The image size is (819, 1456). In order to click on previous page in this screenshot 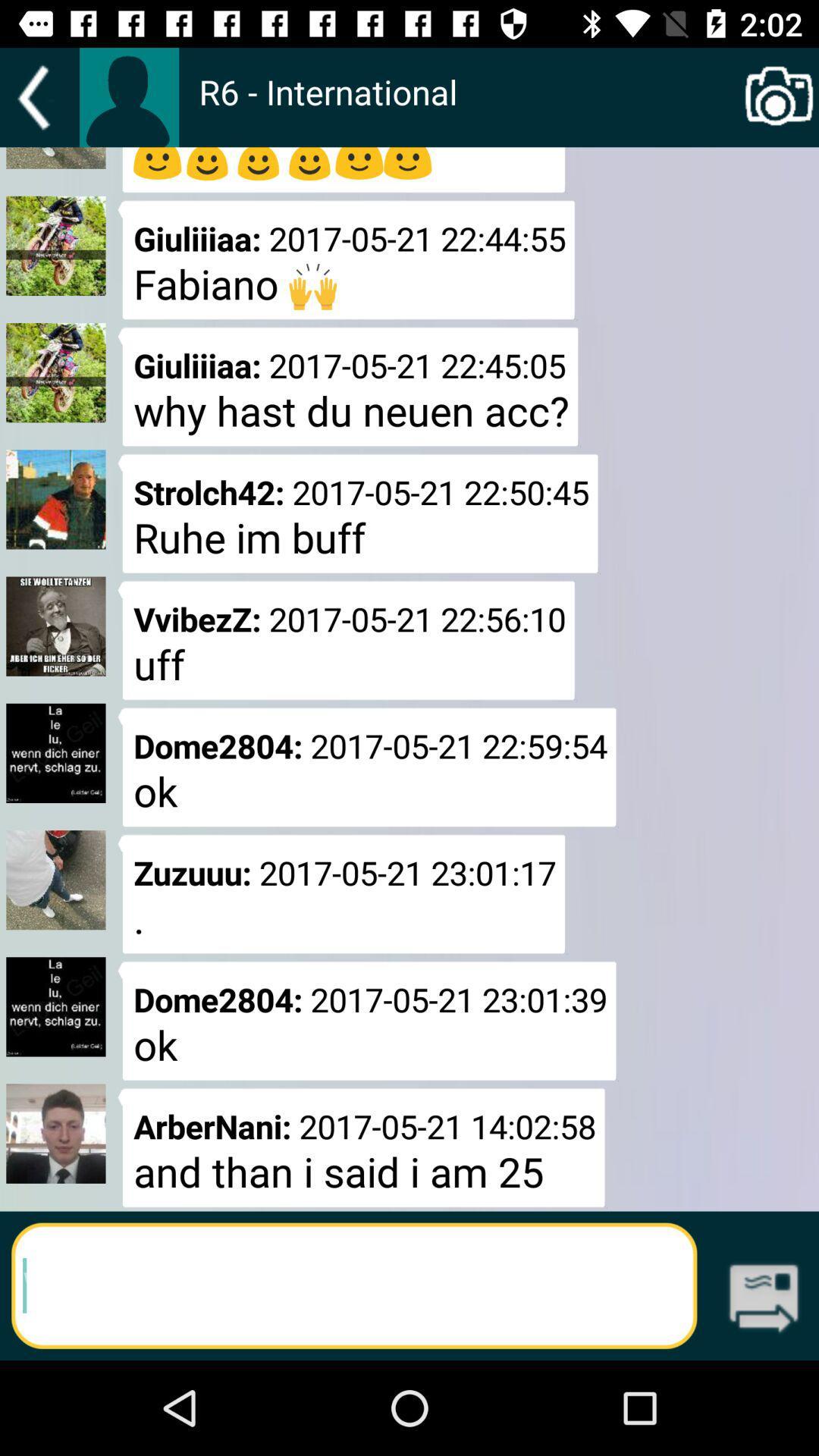, I will do `click(39, 97)`.